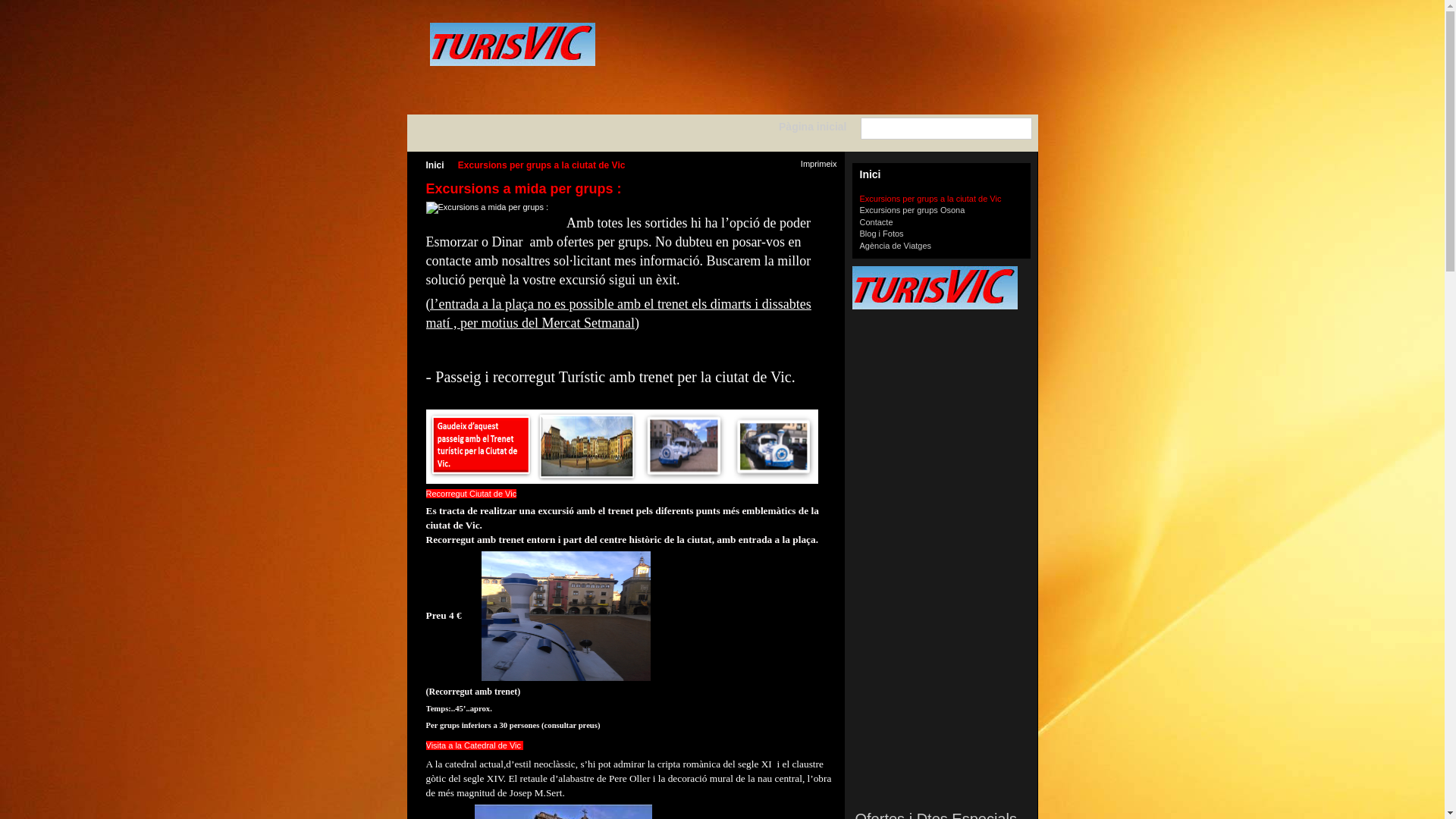  What do you see at coordinates (859, 210) in the screenshot?
I see `'Excursions per grups Osona'` at bounding box center [859, 210].